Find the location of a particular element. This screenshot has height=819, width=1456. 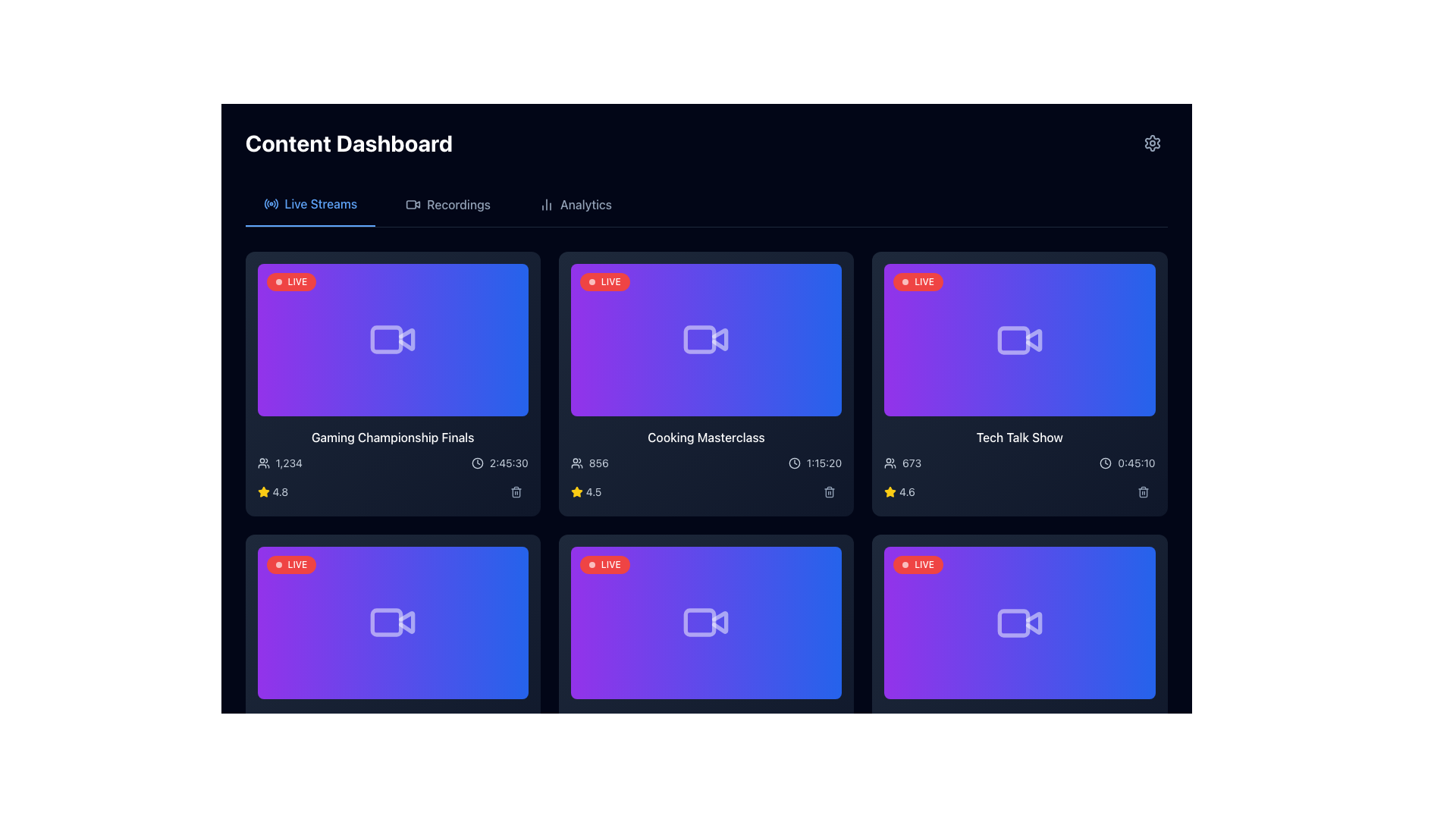

the fourth Video Stream Tile is located at coordinates (1019, 623).